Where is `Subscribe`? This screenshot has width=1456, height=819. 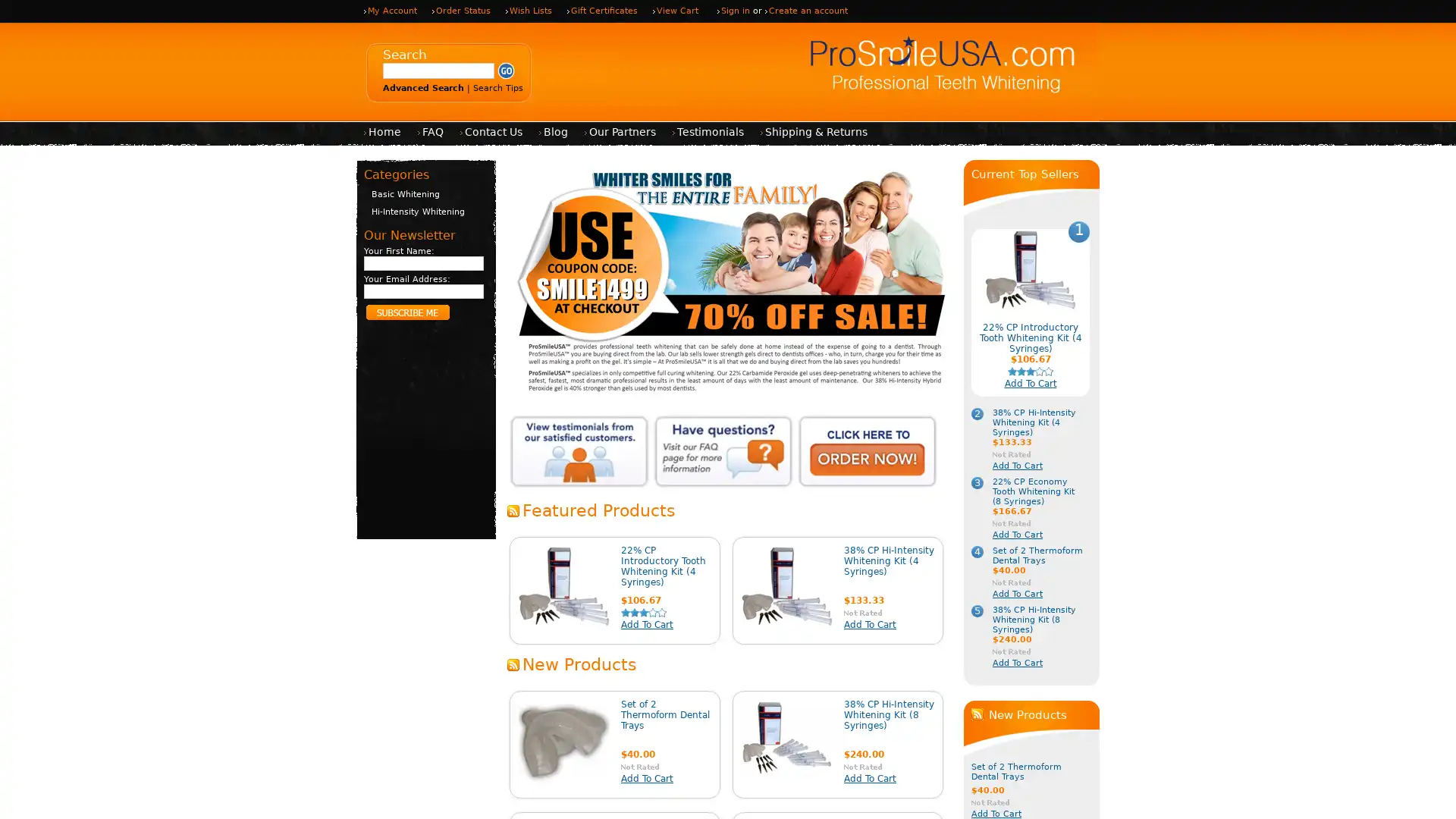 Subscribe is located at coordinates (407, 312).